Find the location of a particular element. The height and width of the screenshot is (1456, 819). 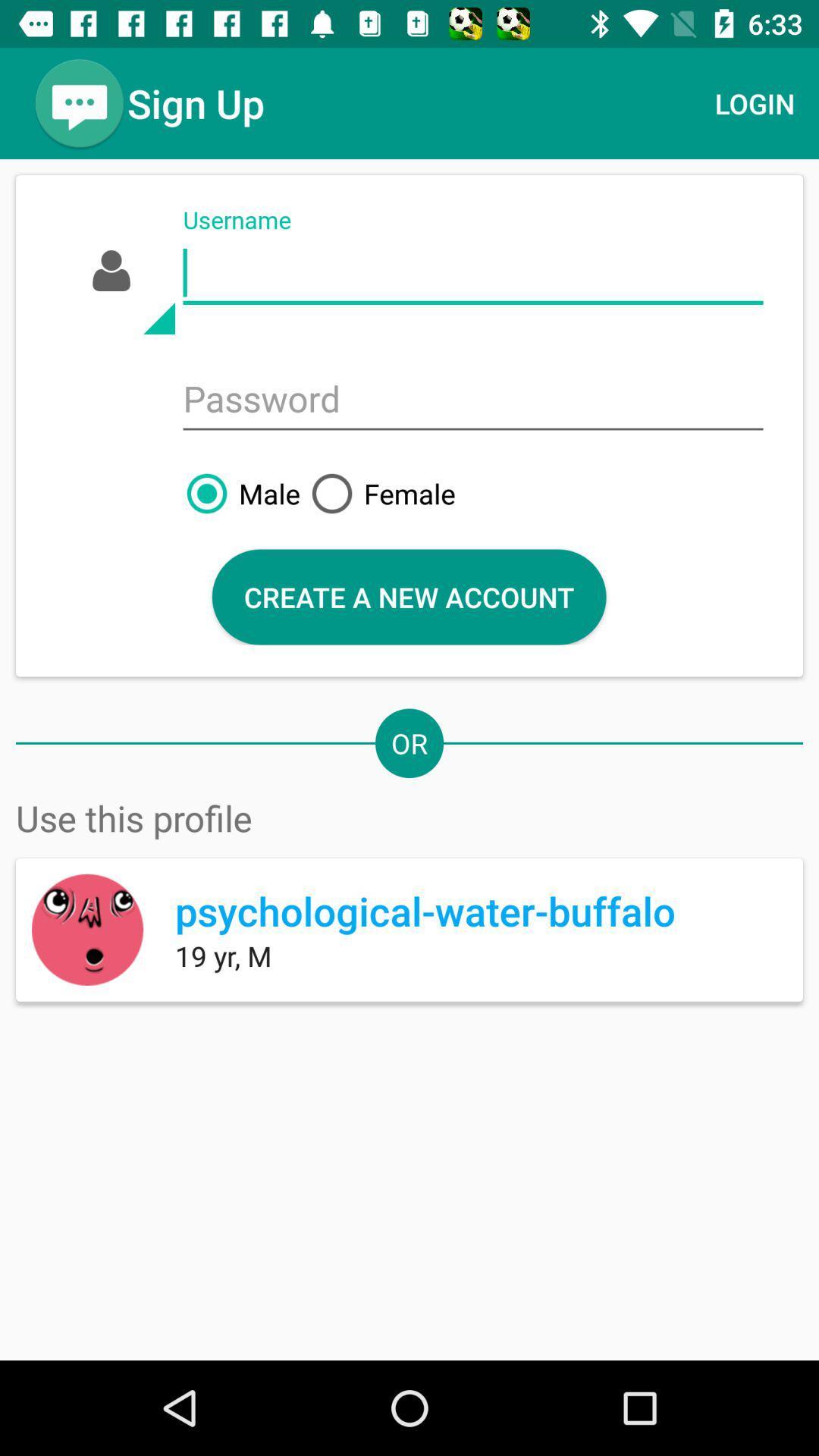

user password is located at coordinates (472, 400).